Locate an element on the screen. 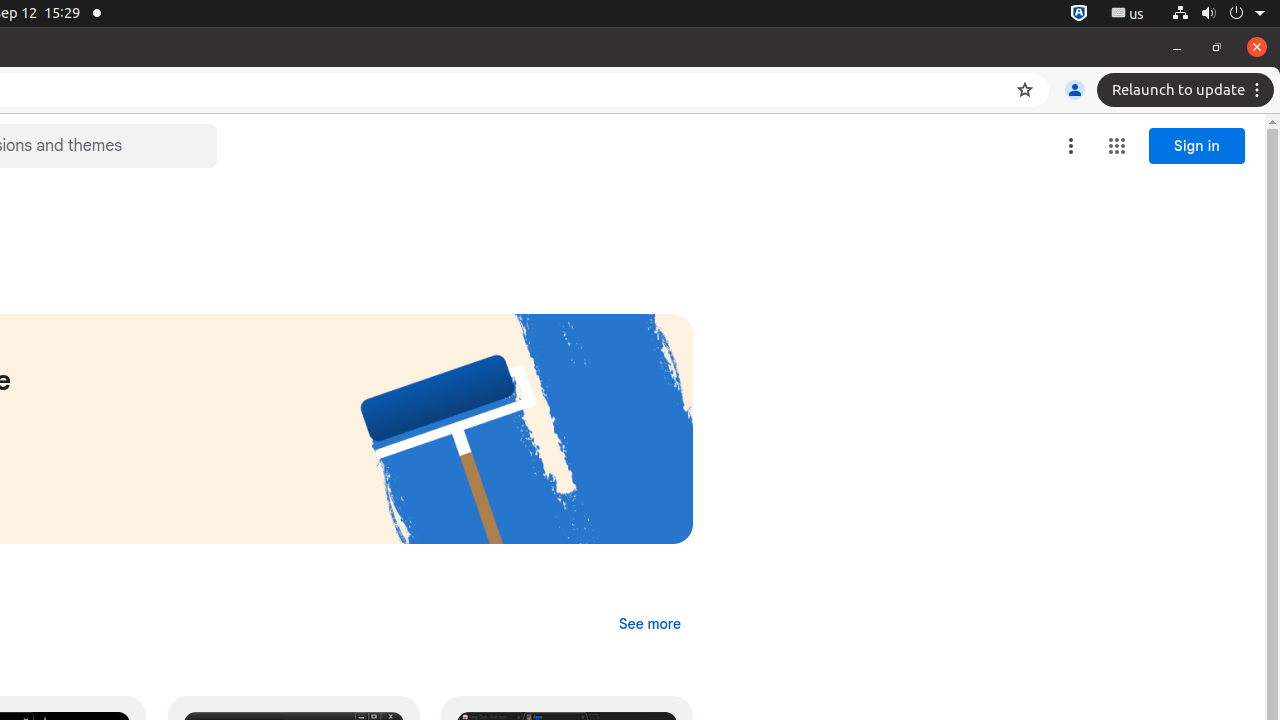 The width and height of the screenshot is (1280, 720). 'See more of the "Dark & black themes" collection' is located at coordinates (649, 623).